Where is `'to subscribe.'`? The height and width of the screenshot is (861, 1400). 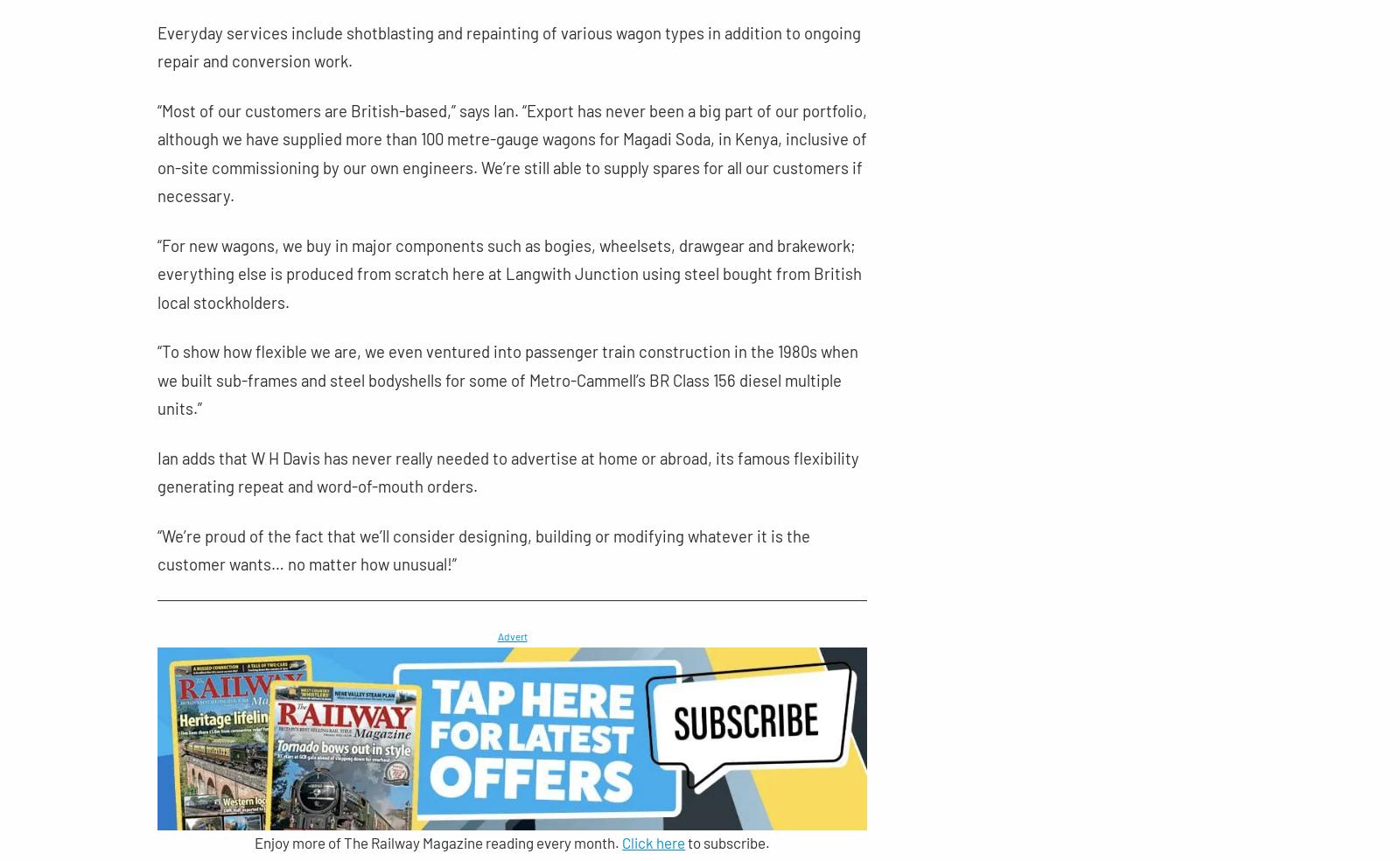
'to subscribe.' is located at coordinates (726, 843).